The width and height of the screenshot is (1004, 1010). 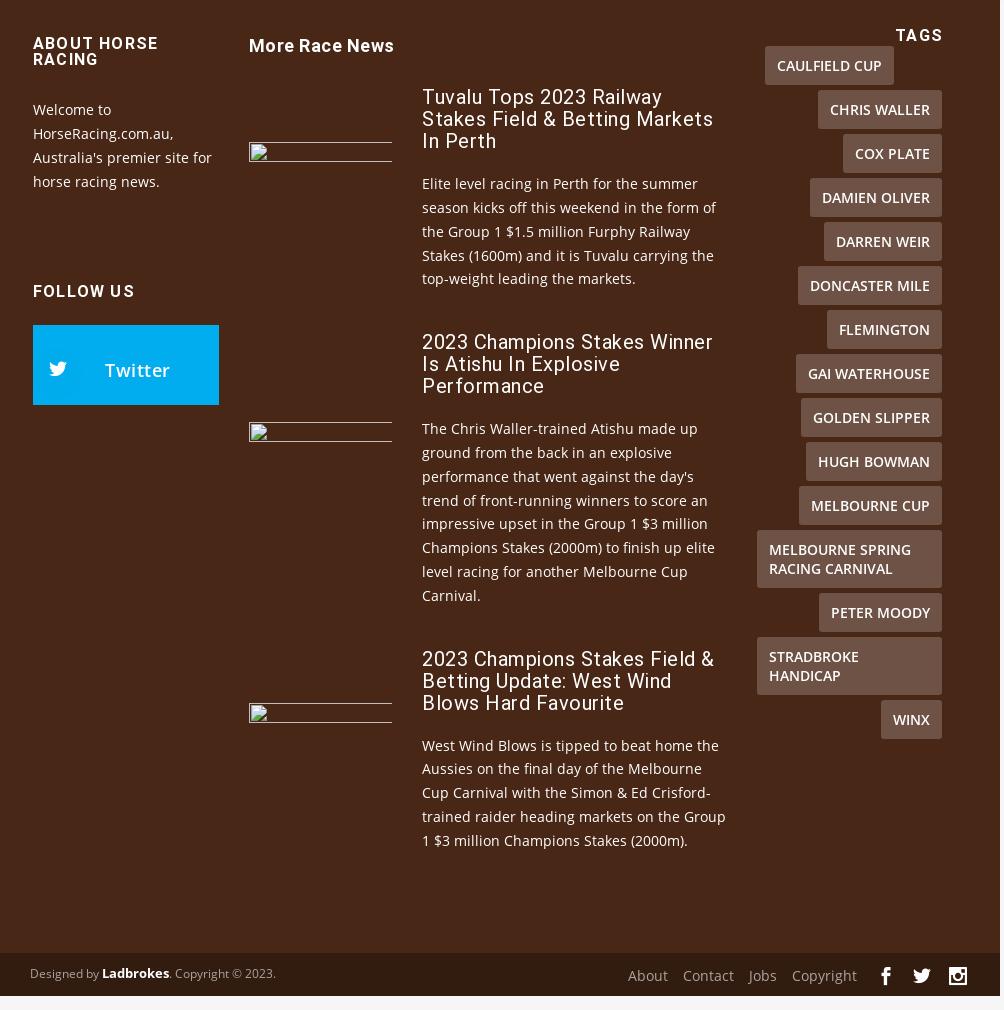 What do you see at coordinates (83, 325) in the screenshot?
I see `'Follow Us'` at bounding box center [83, 325].